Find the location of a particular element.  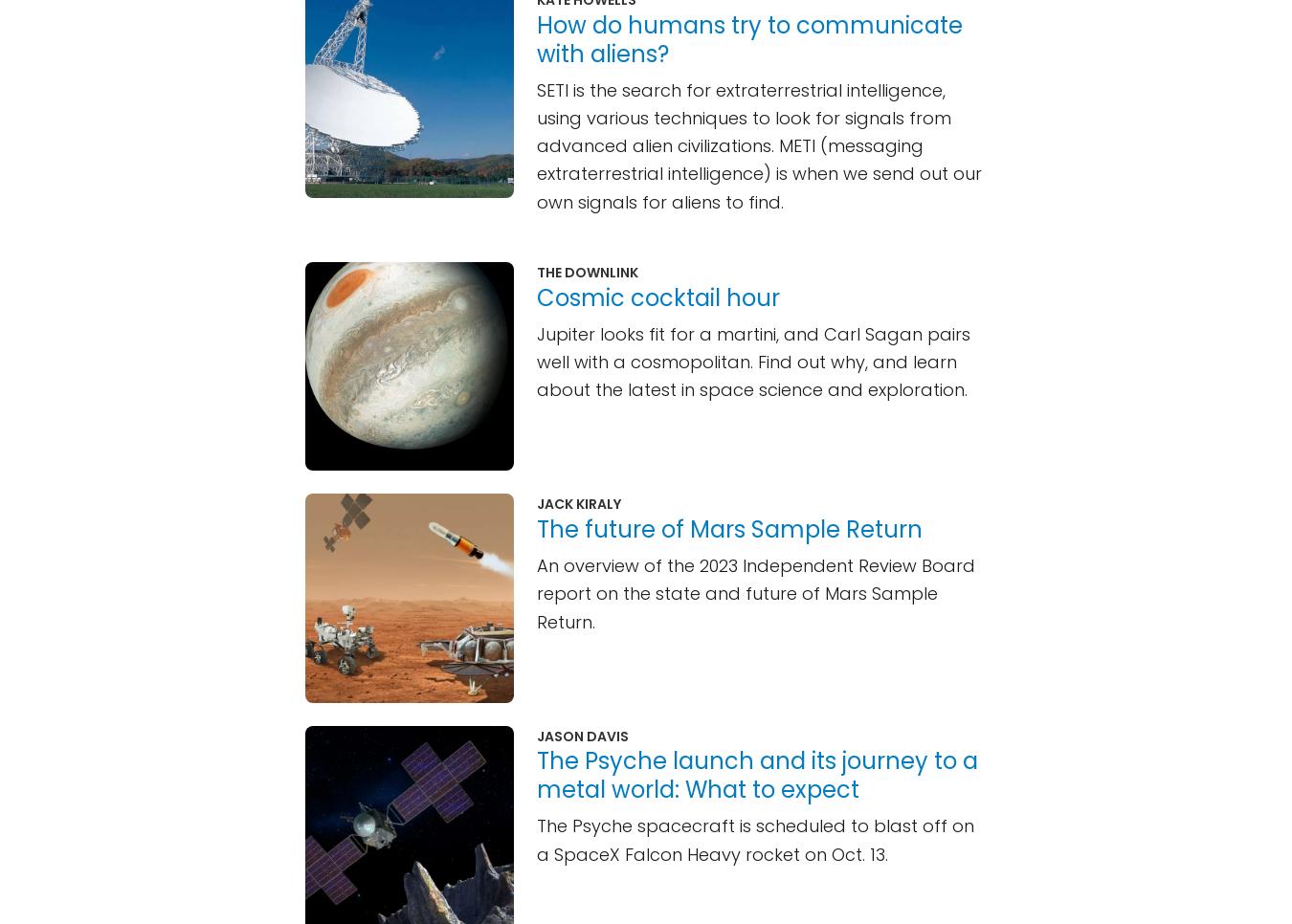

'Cosmic cocktail hour' is located at coordinates (657, 296).